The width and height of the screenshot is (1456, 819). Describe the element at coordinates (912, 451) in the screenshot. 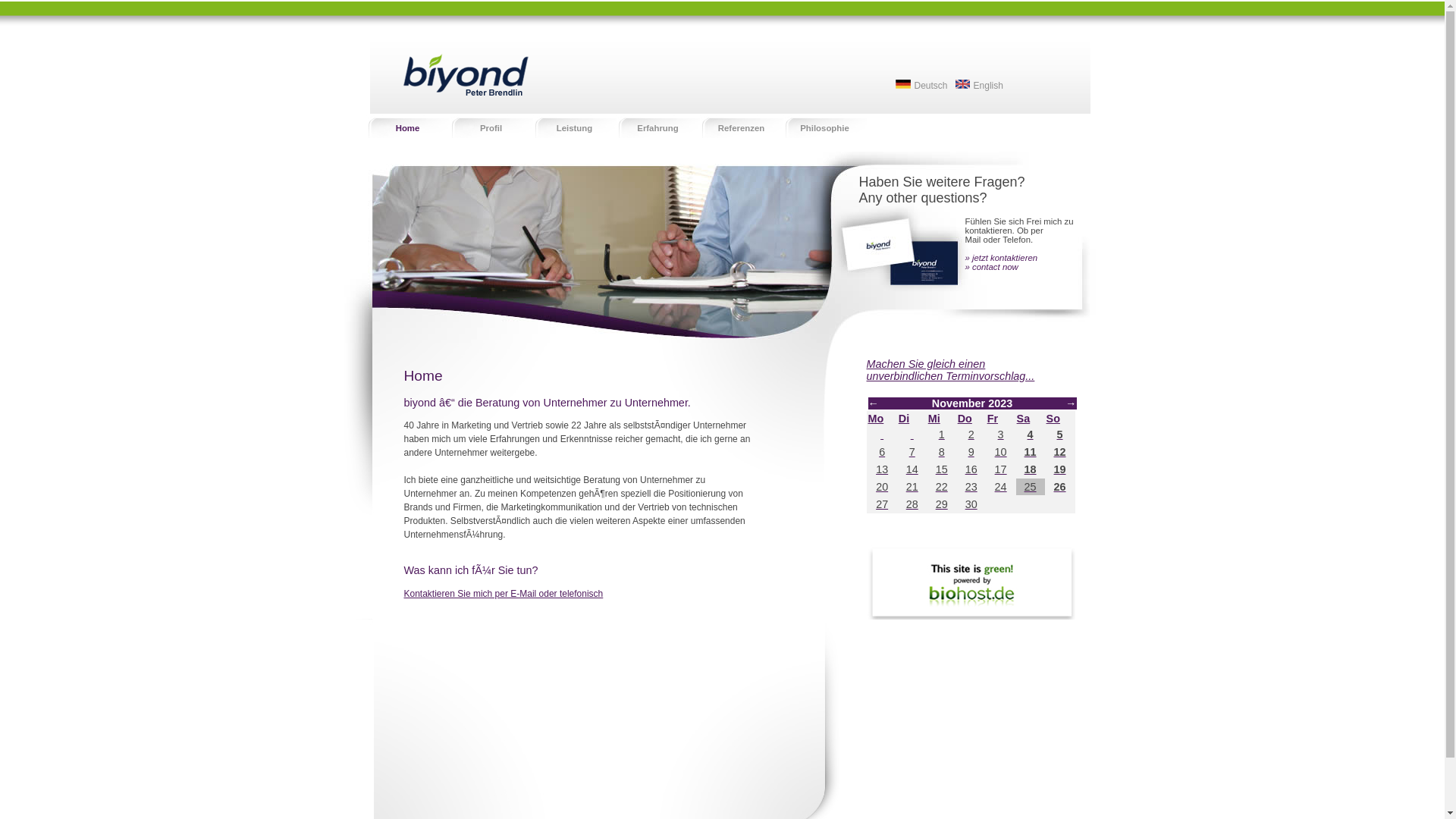

I see `'7'` at that location.